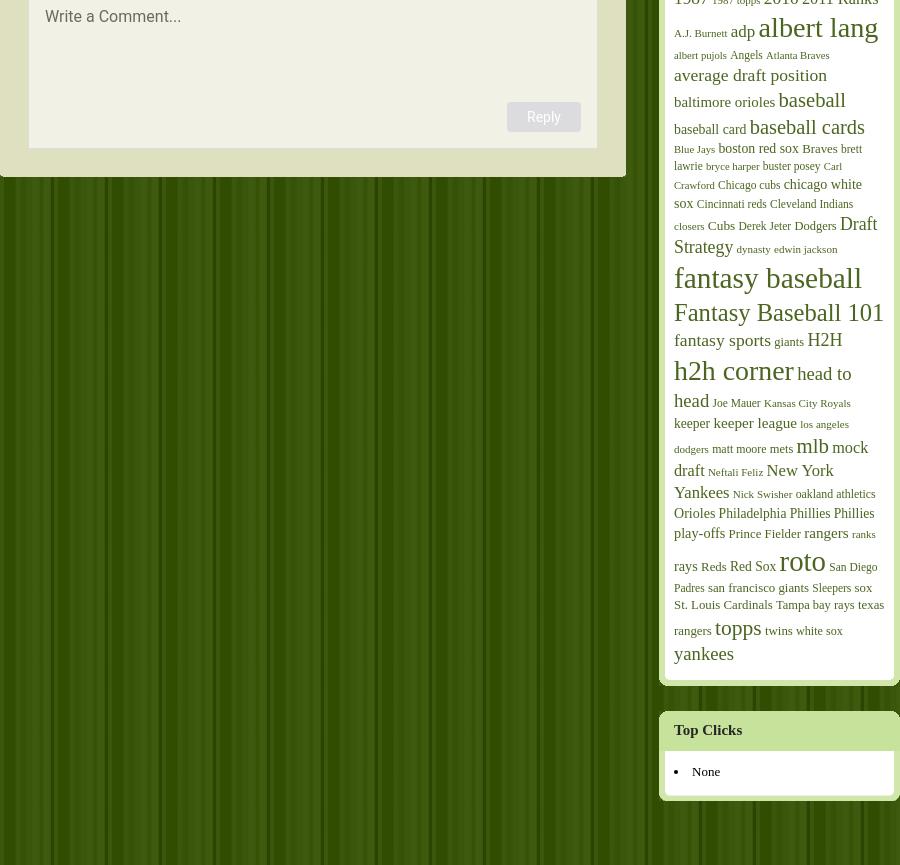  I want to click on 'Fantasy Baseball 101', so click(674, 312).